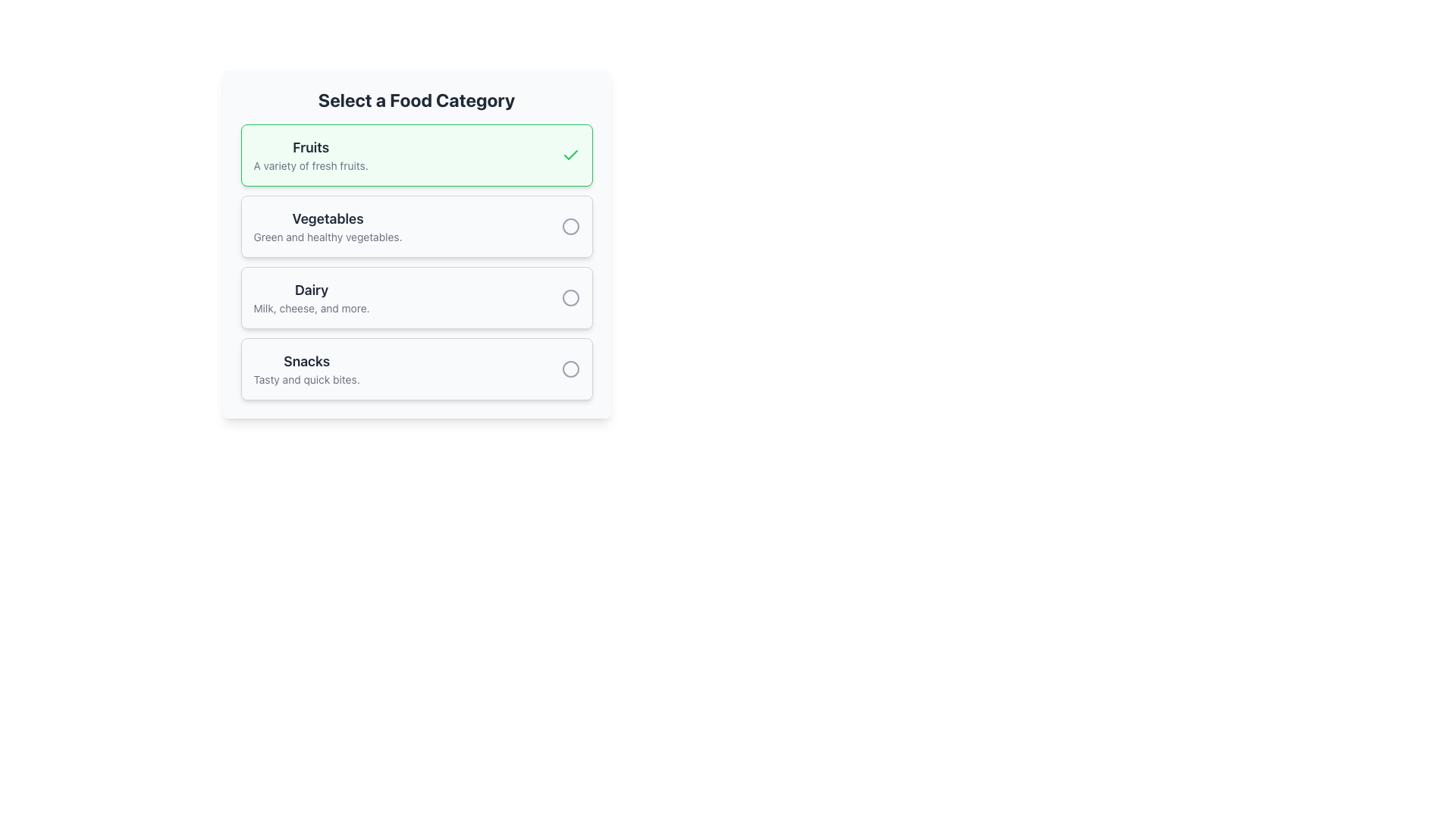 This screenshot has height=819, width=1456. I want to click on the text label displaying 'Milk, cheese, and more.' located directly below the 'Dairy' heading in the food categories section, so click(311, 308).